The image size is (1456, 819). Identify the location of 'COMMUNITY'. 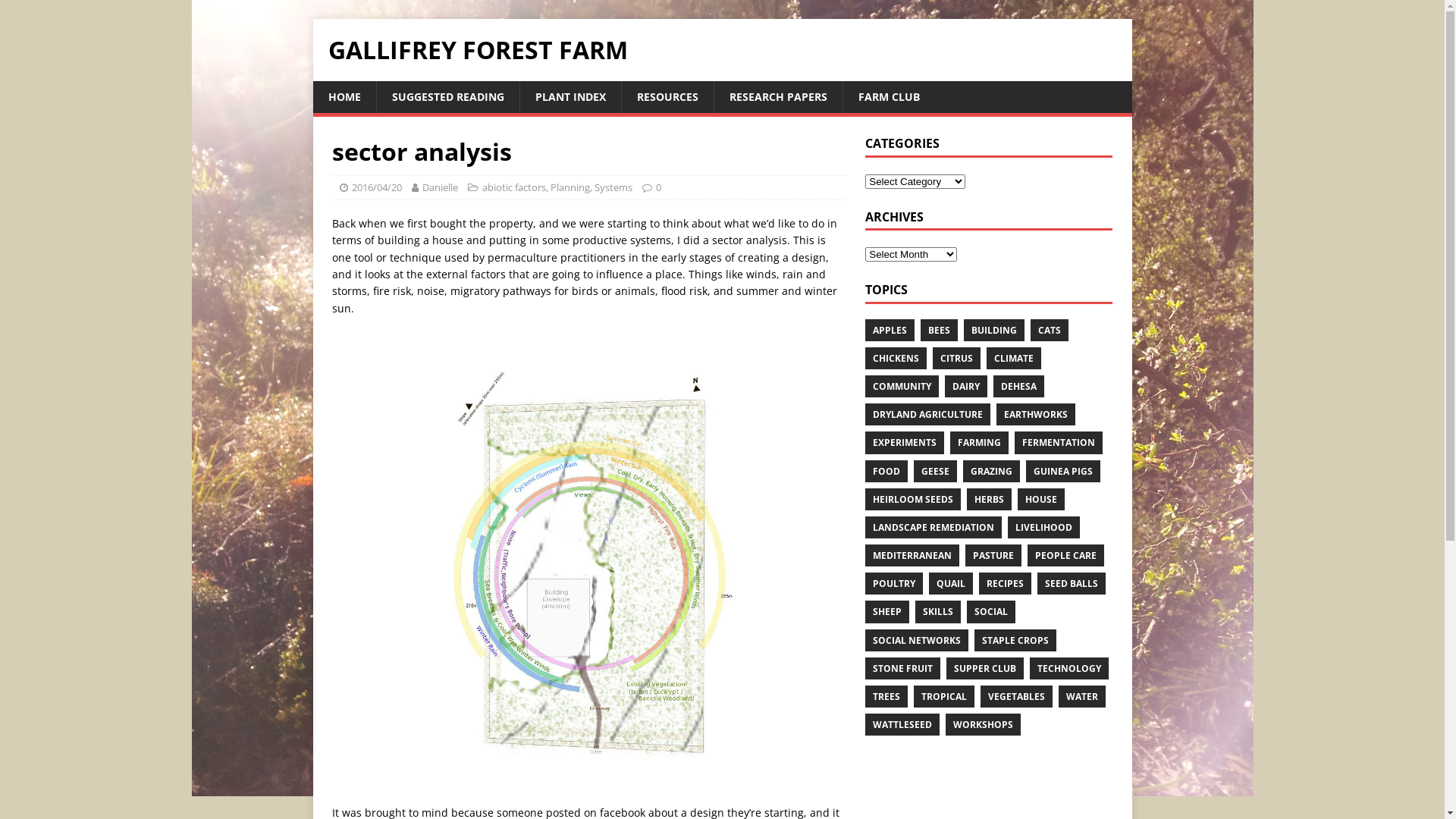
(865, 385).